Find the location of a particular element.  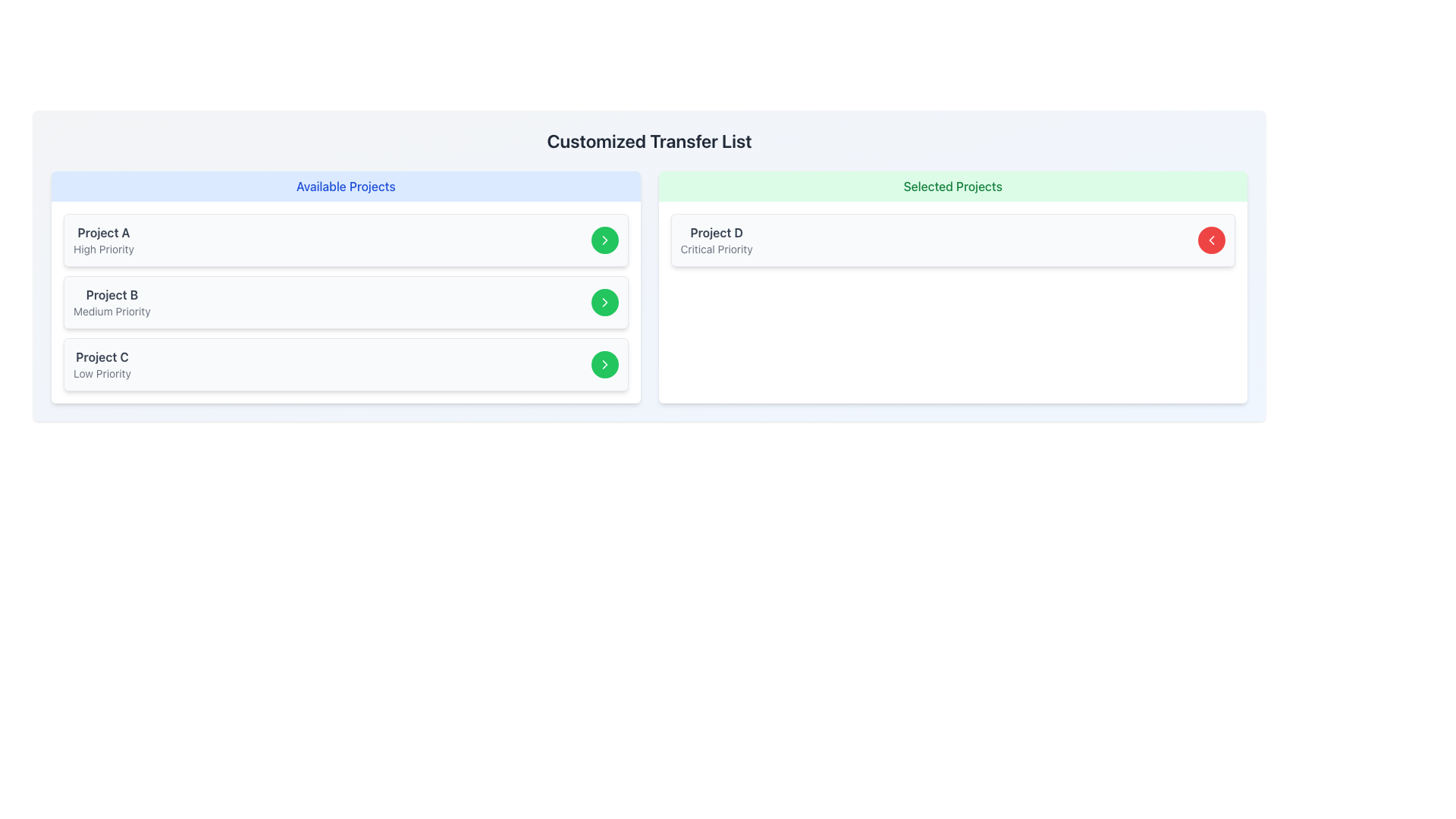

the right-pointing chevron icon within the green circular button associated with 'Project B' in the 'Available Projects' column is located at coordinates (604, 239).